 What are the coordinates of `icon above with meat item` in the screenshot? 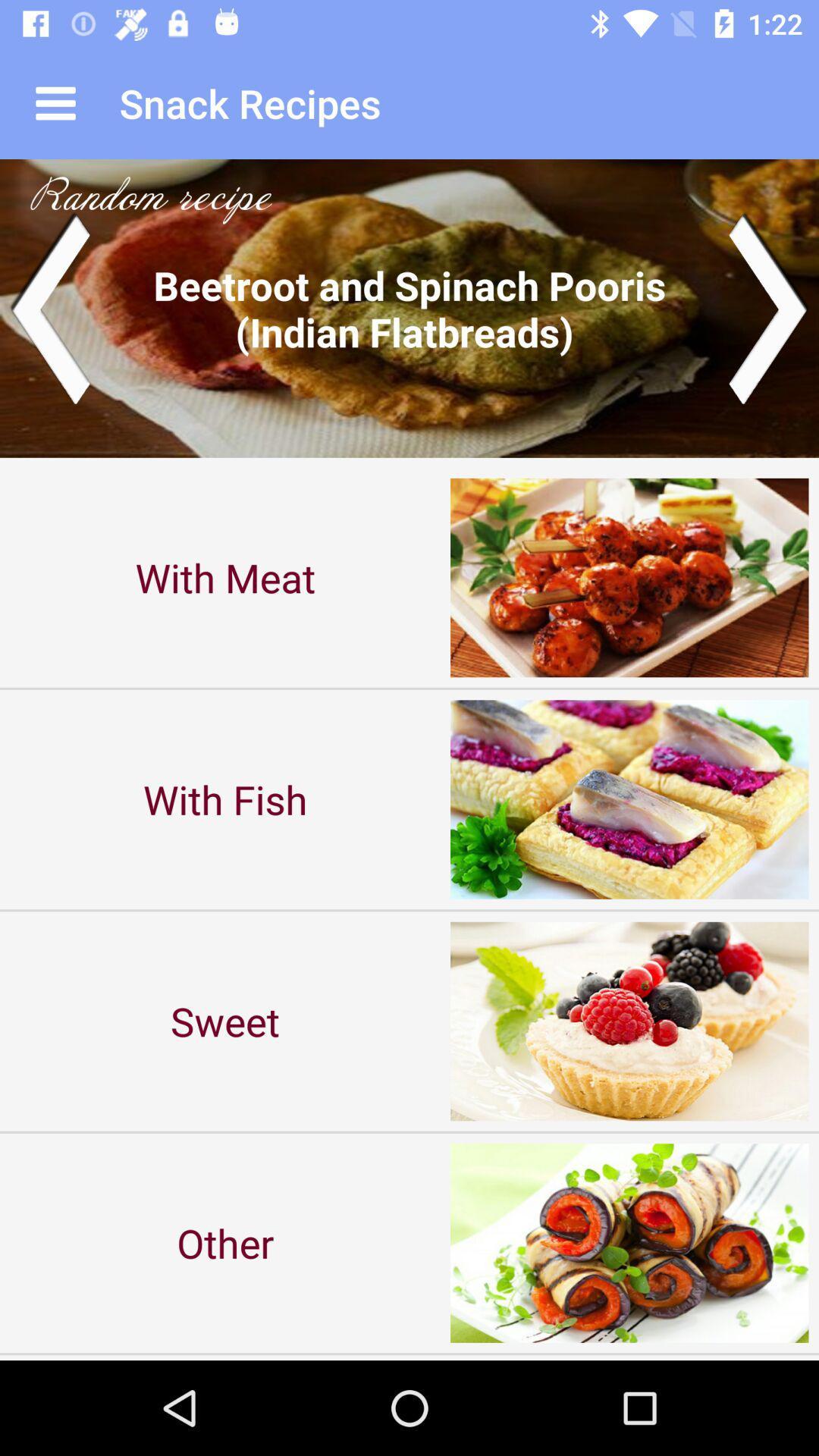 It's located at (409, 307).